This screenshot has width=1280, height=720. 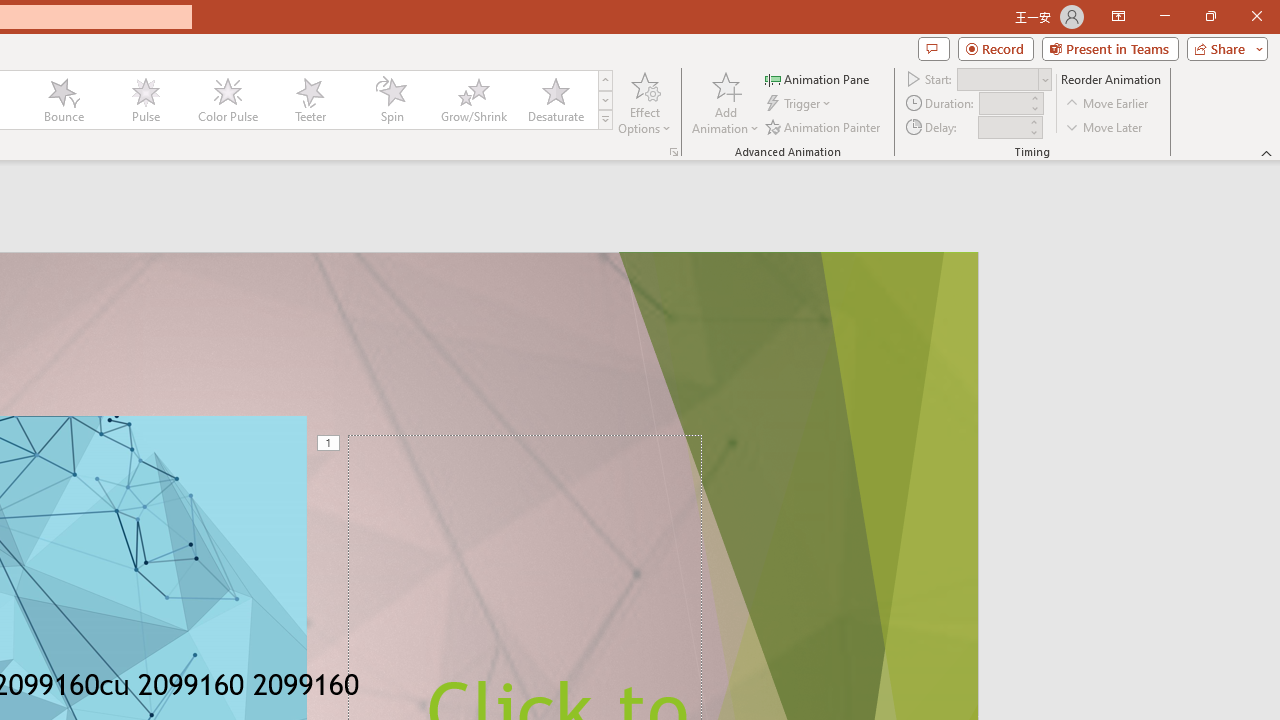 I want to click on 'More', so click(x=1033, y=121).